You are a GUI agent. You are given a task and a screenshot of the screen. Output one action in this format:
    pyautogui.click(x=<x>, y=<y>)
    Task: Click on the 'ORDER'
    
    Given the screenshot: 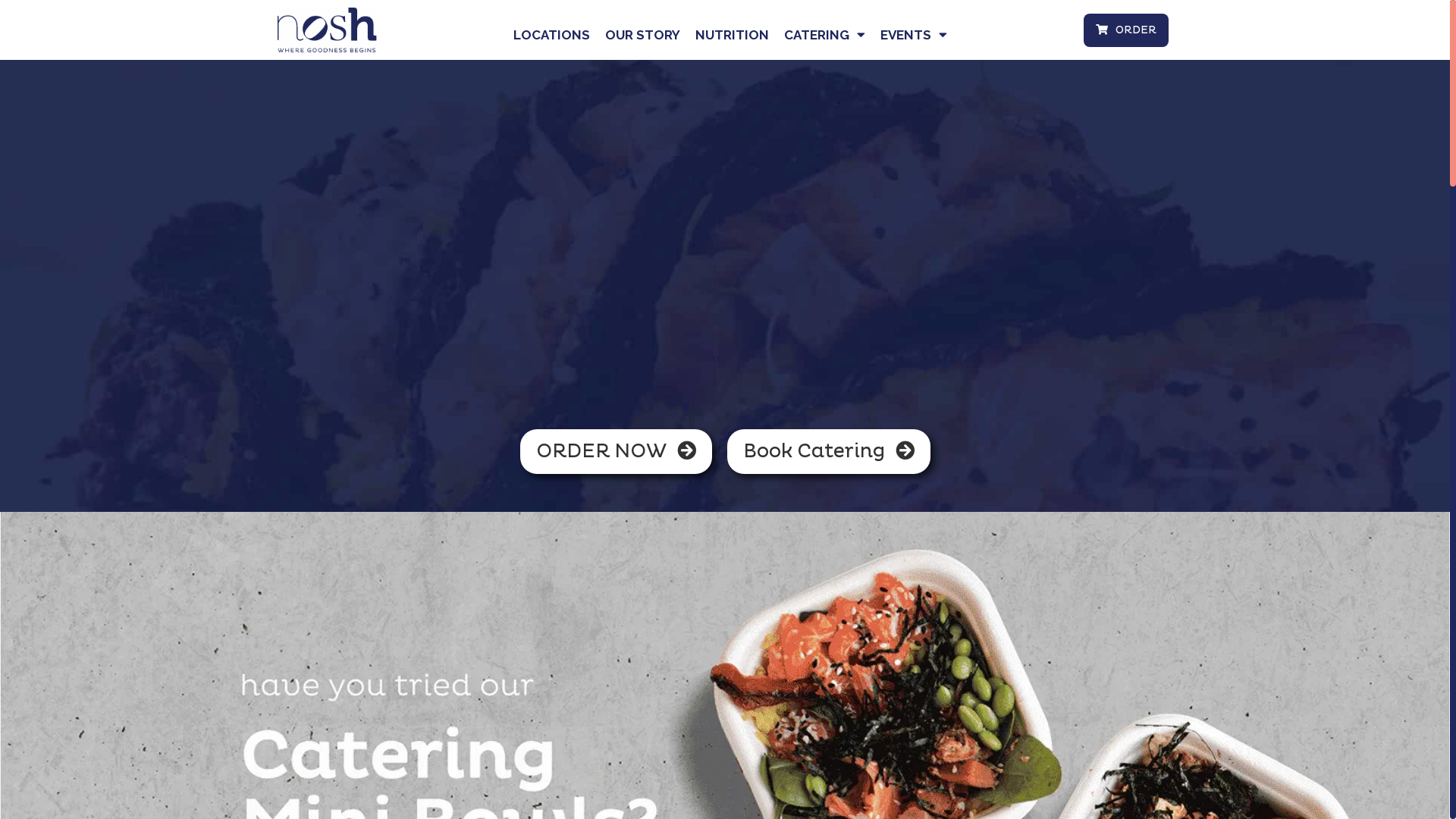 What is the action you would take?
    pyautogui.click(x=1125, y=30)
    